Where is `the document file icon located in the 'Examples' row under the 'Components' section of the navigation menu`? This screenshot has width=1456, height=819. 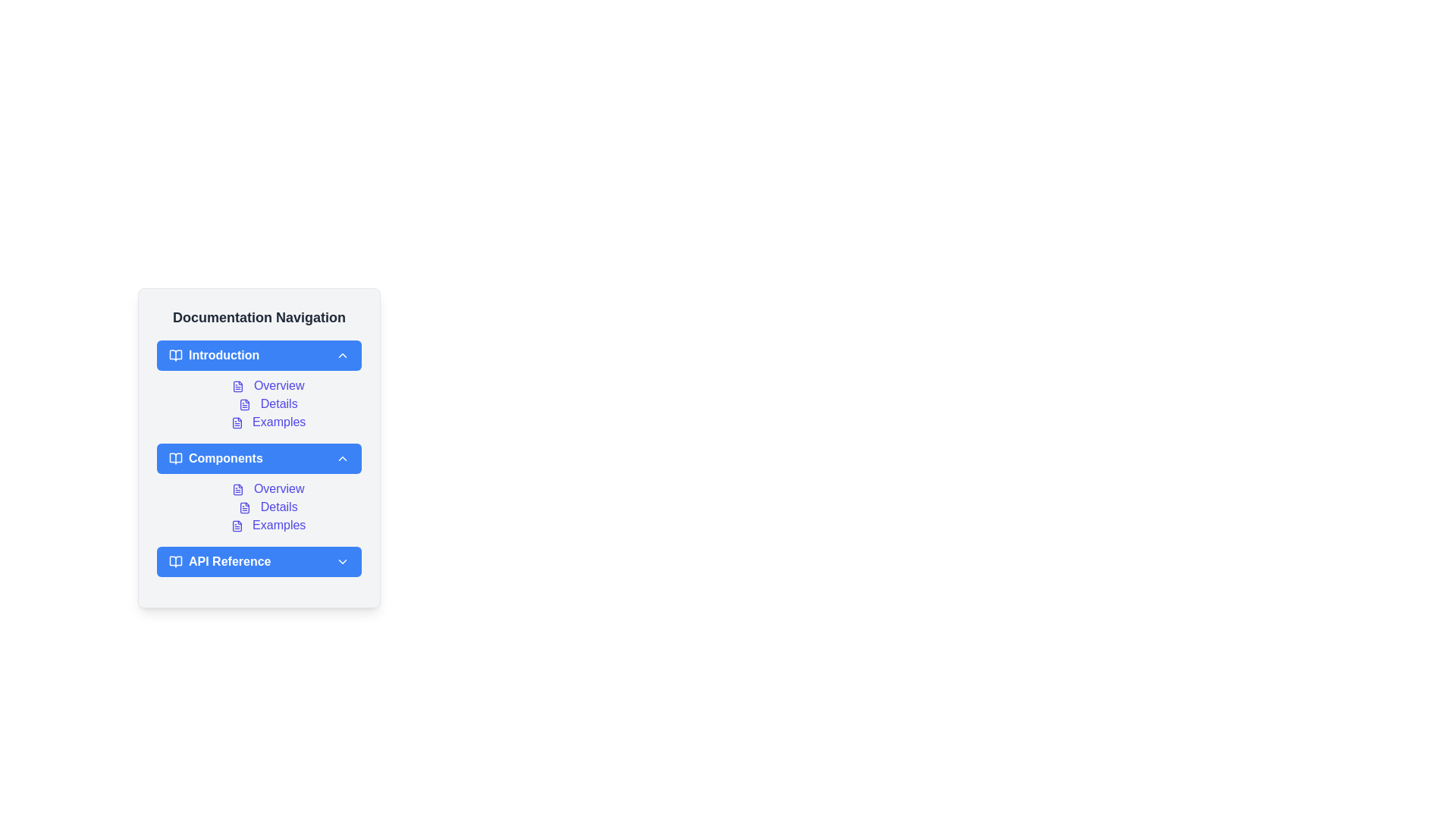
the document file icon located in the 'Examples' row under the 'Components' section of the navigation menu is located at coordinates (236, 525).